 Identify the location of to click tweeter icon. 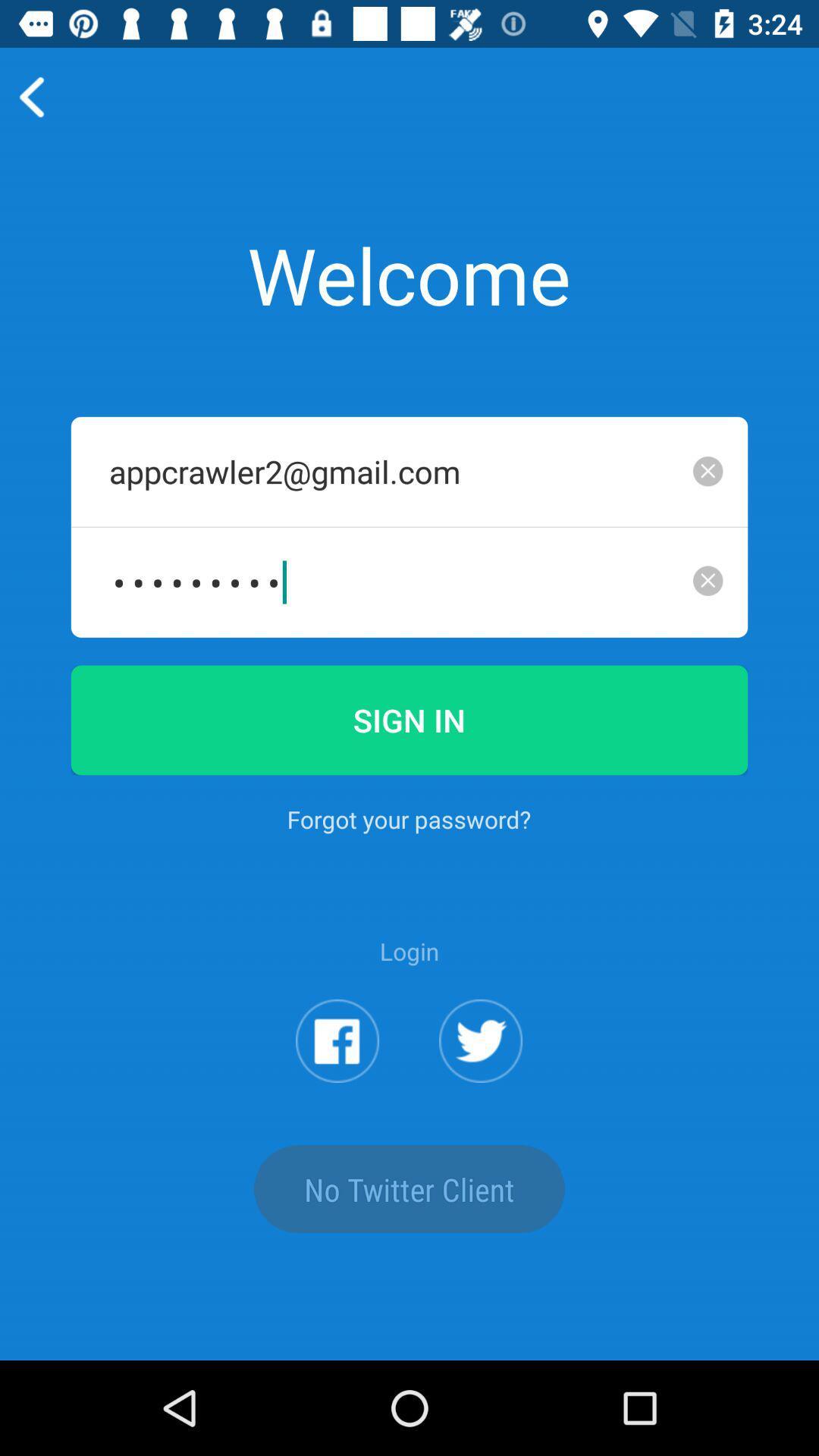
(481, 1040).